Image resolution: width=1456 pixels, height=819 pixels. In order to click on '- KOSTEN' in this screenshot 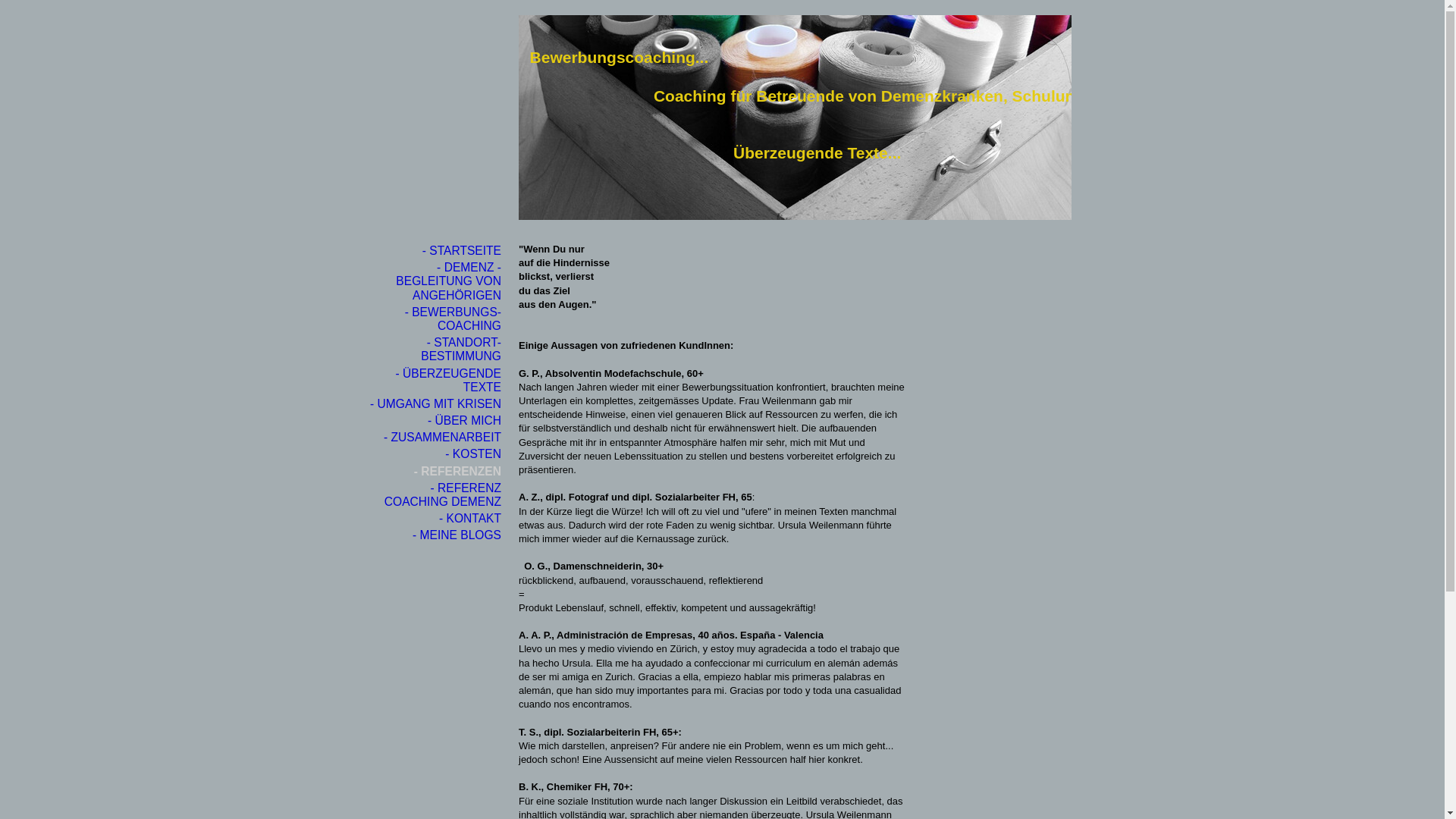, I will do `click(435, 453)`.